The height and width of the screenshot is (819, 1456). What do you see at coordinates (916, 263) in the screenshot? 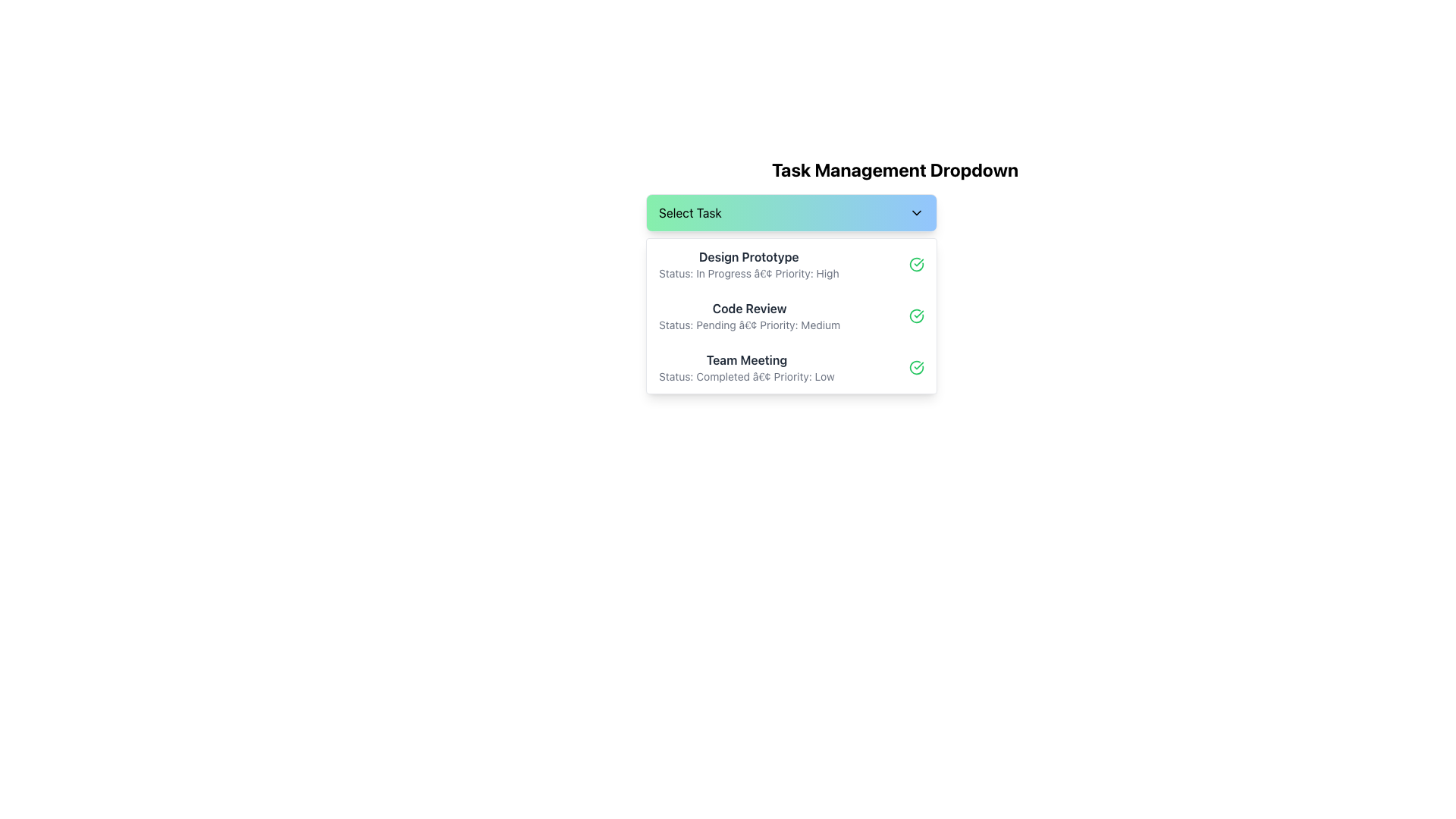
I see `the green circular status indicator with a check mark, located to the right of the text 'Design Prototype' in the first entry of the dropdown menu under 'Select Task'` at bounding box center [916, 263].